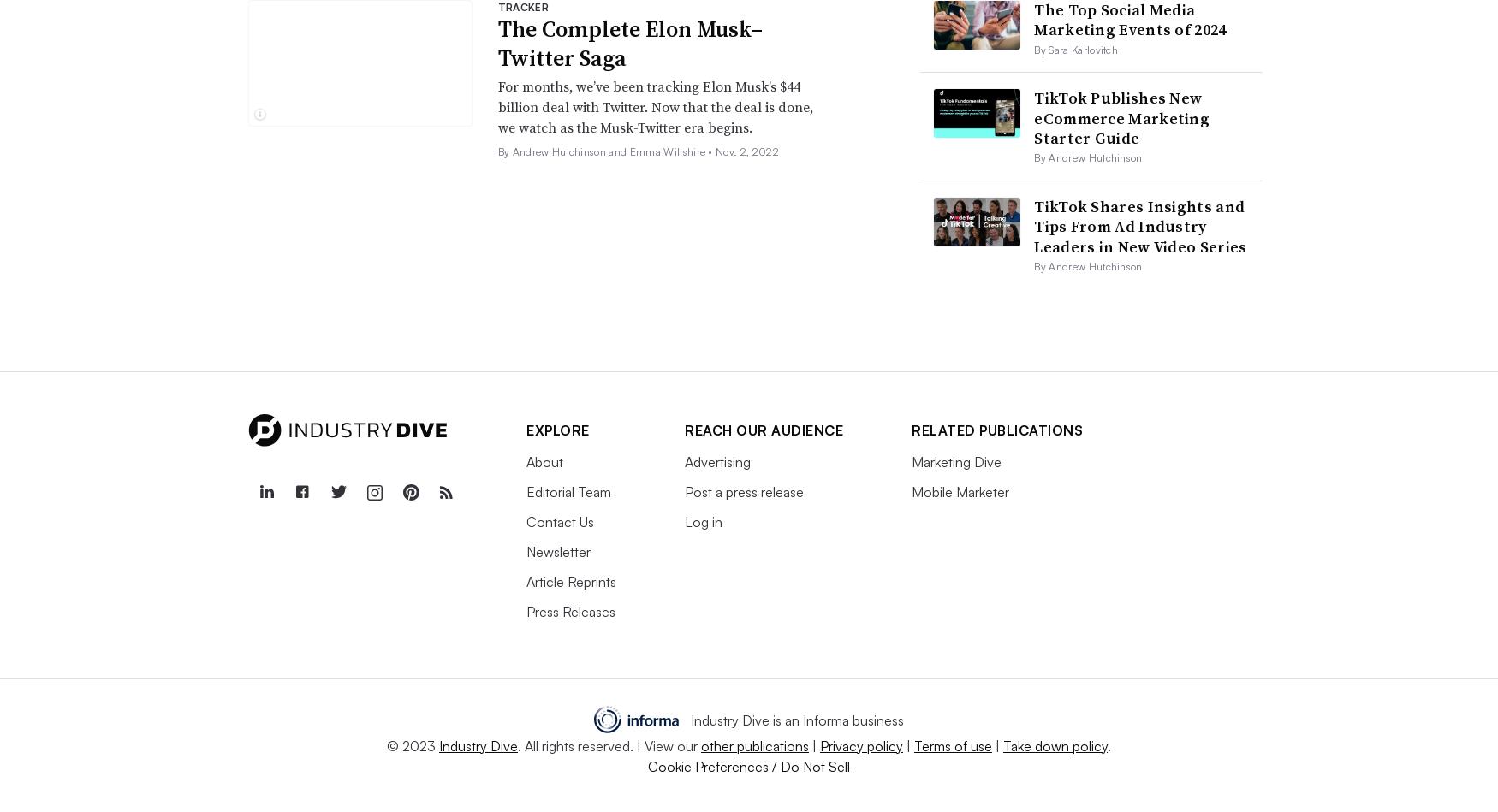  Describe the element at coordinates (795, 719) in the screenshot. I see `'Industry Dive is an Informa business'` at that location.